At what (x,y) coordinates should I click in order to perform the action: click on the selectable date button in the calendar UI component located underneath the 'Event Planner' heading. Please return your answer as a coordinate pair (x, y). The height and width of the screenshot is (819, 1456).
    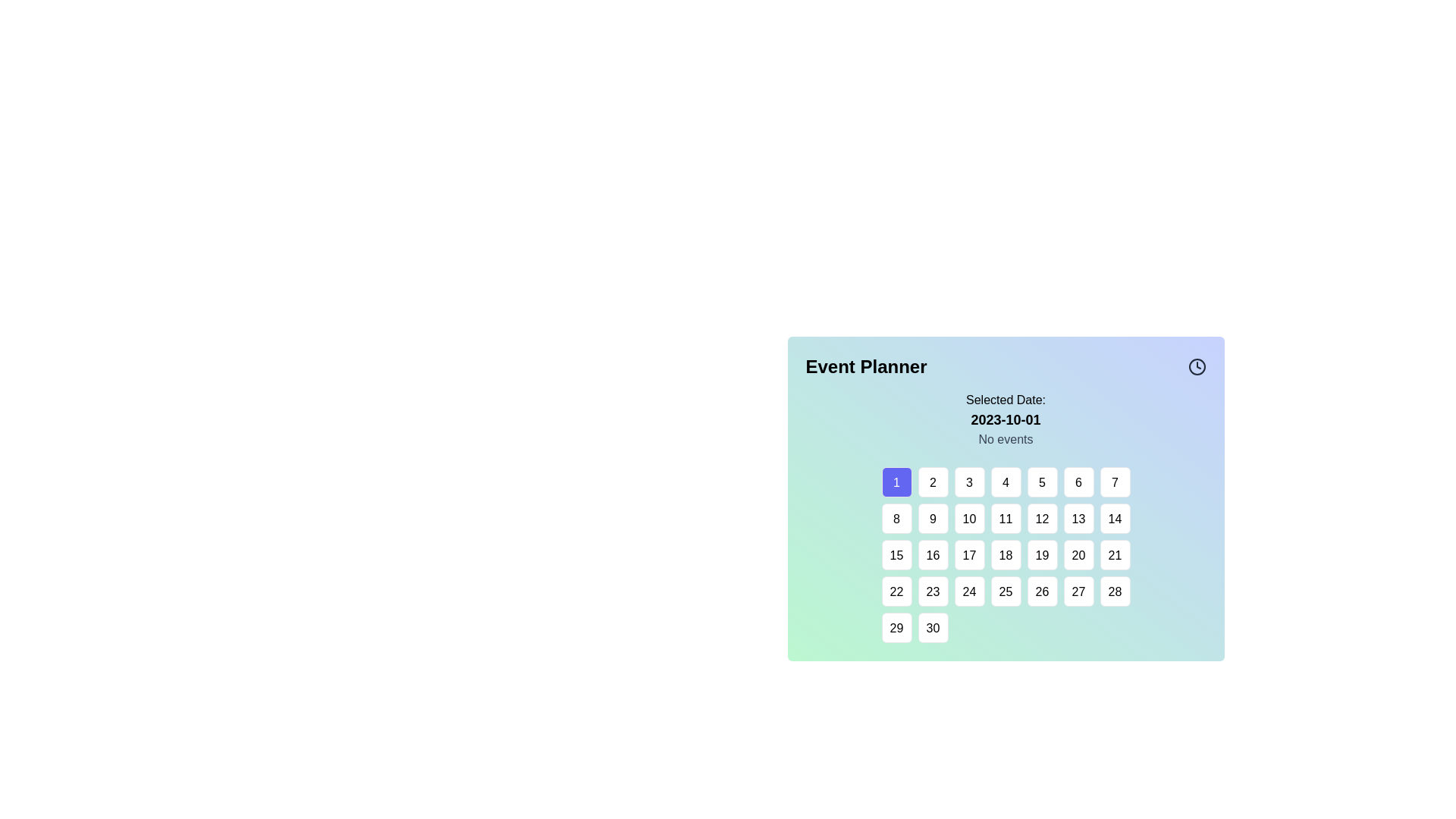
    Looking at the image, I should click on (932, 590).